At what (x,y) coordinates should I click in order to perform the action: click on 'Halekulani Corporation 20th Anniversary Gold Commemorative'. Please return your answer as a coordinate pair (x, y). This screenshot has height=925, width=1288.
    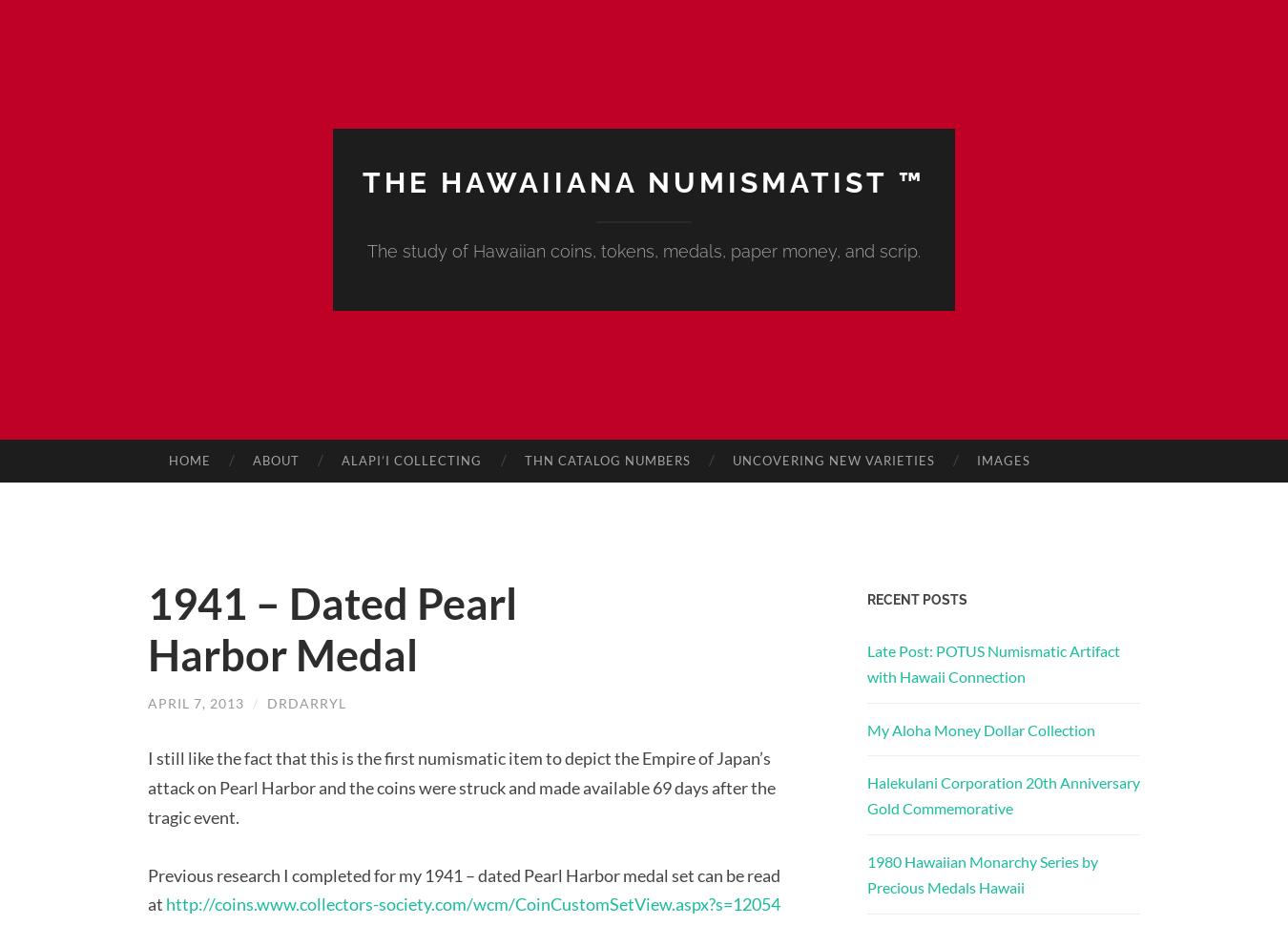
    Looking at the image, I should click on (1004, 793).